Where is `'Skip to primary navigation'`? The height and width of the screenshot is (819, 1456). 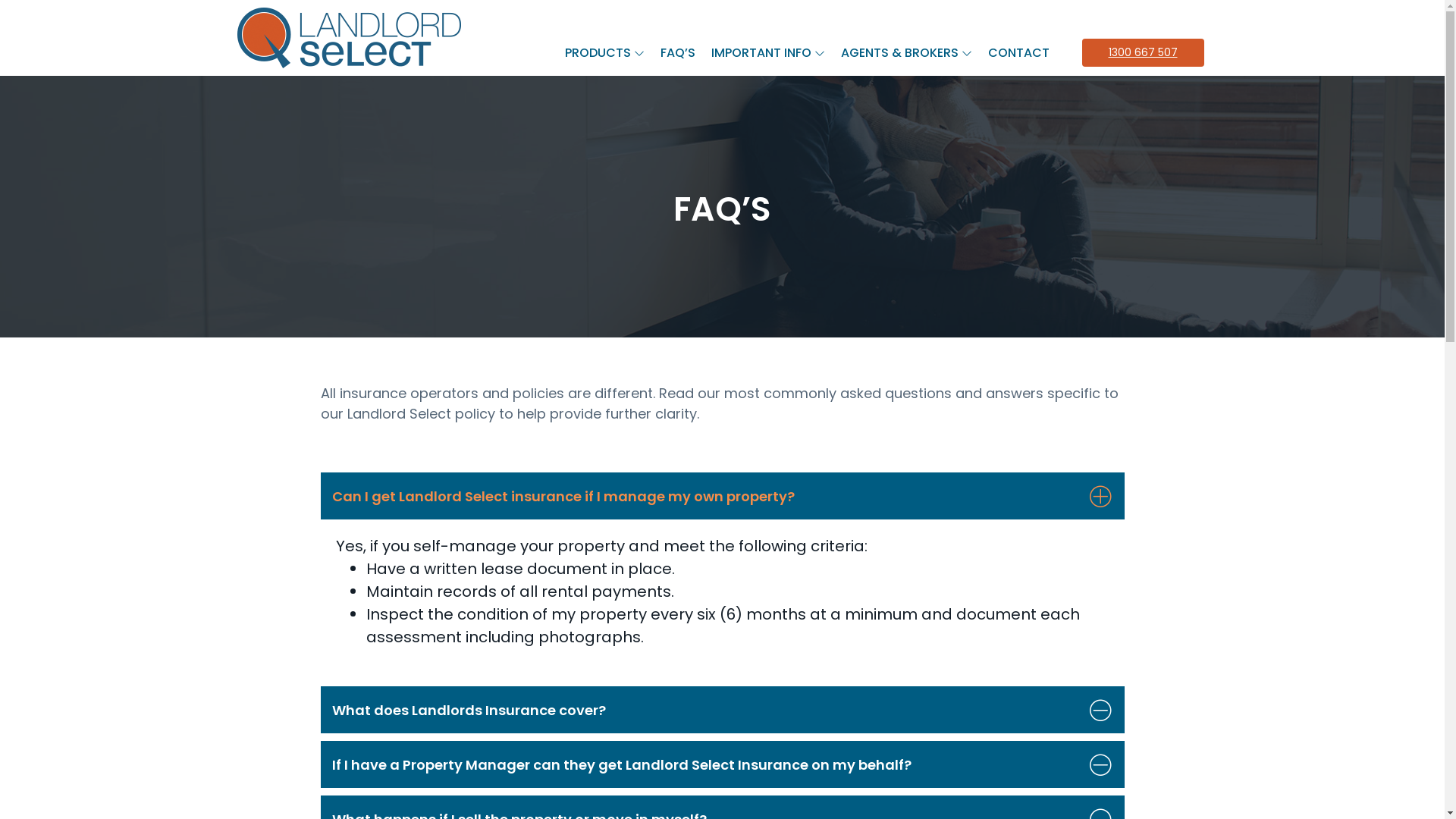 'Skip to primary navigation' is located at coordinates (0, 0).